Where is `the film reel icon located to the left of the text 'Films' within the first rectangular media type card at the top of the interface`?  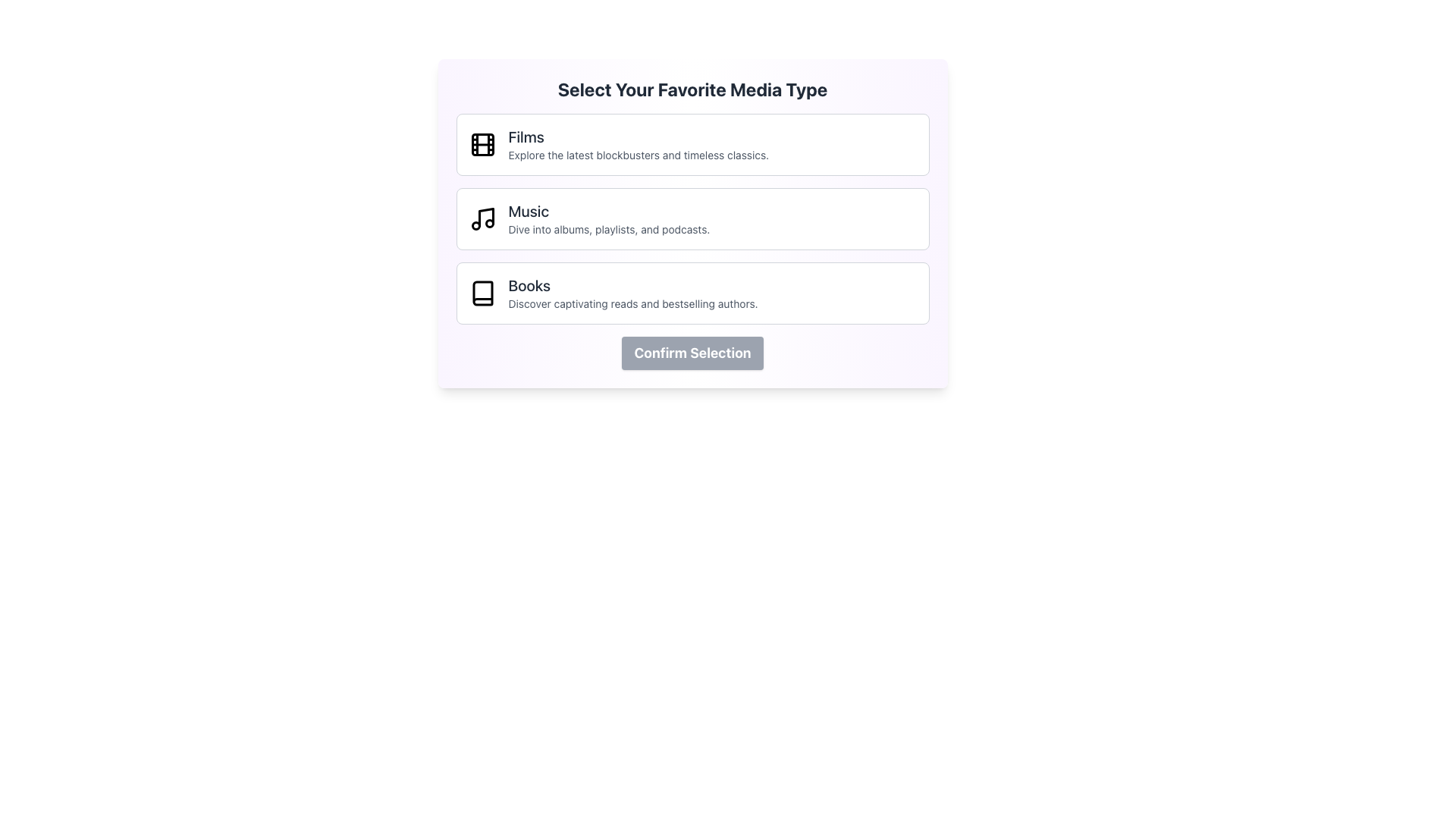 the film reel icon located to the left of the text 'Films' within the first rectangular media type card at the top of the interface is located at coordinates (482, 145).